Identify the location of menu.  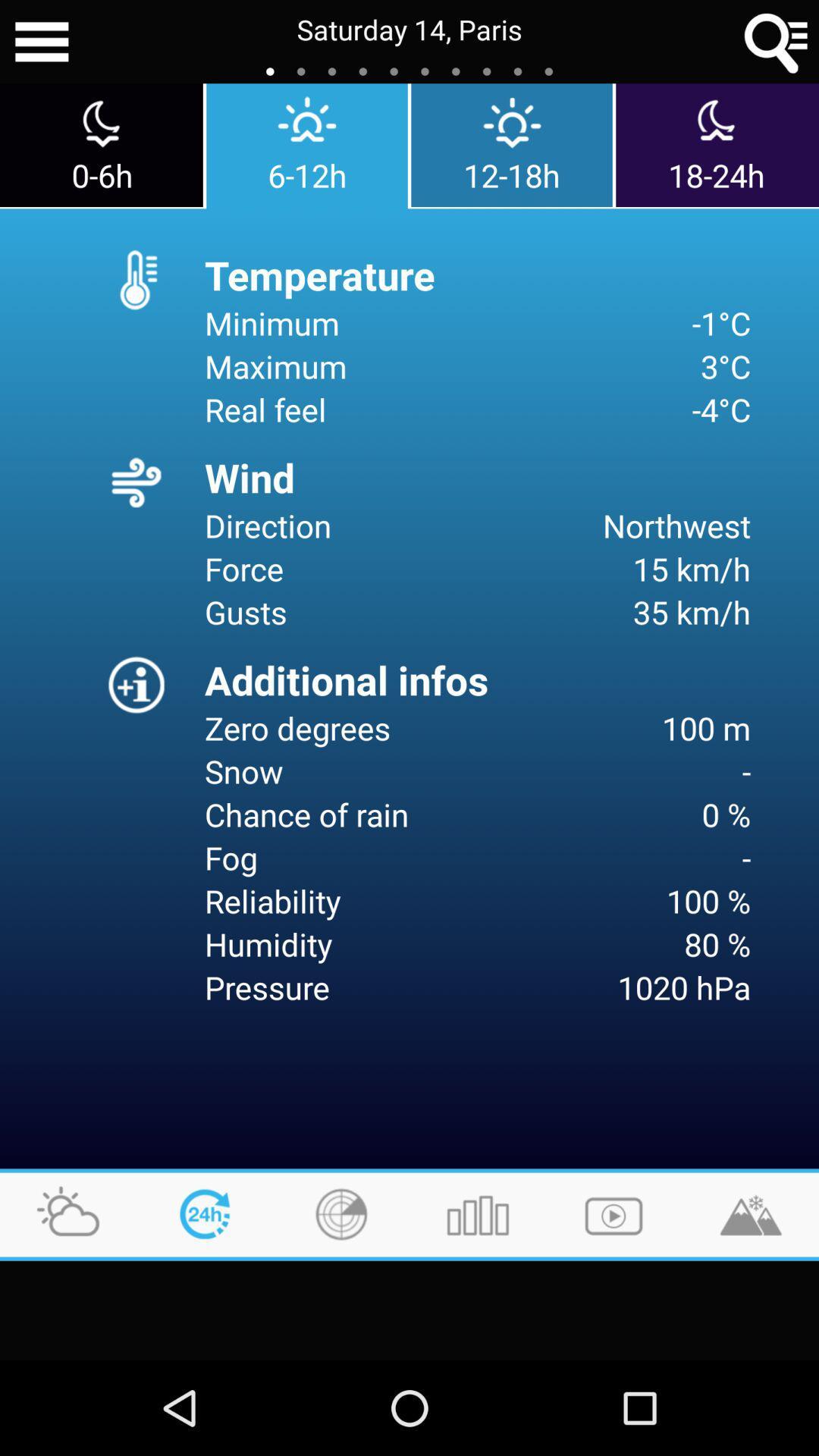
(41, 42).